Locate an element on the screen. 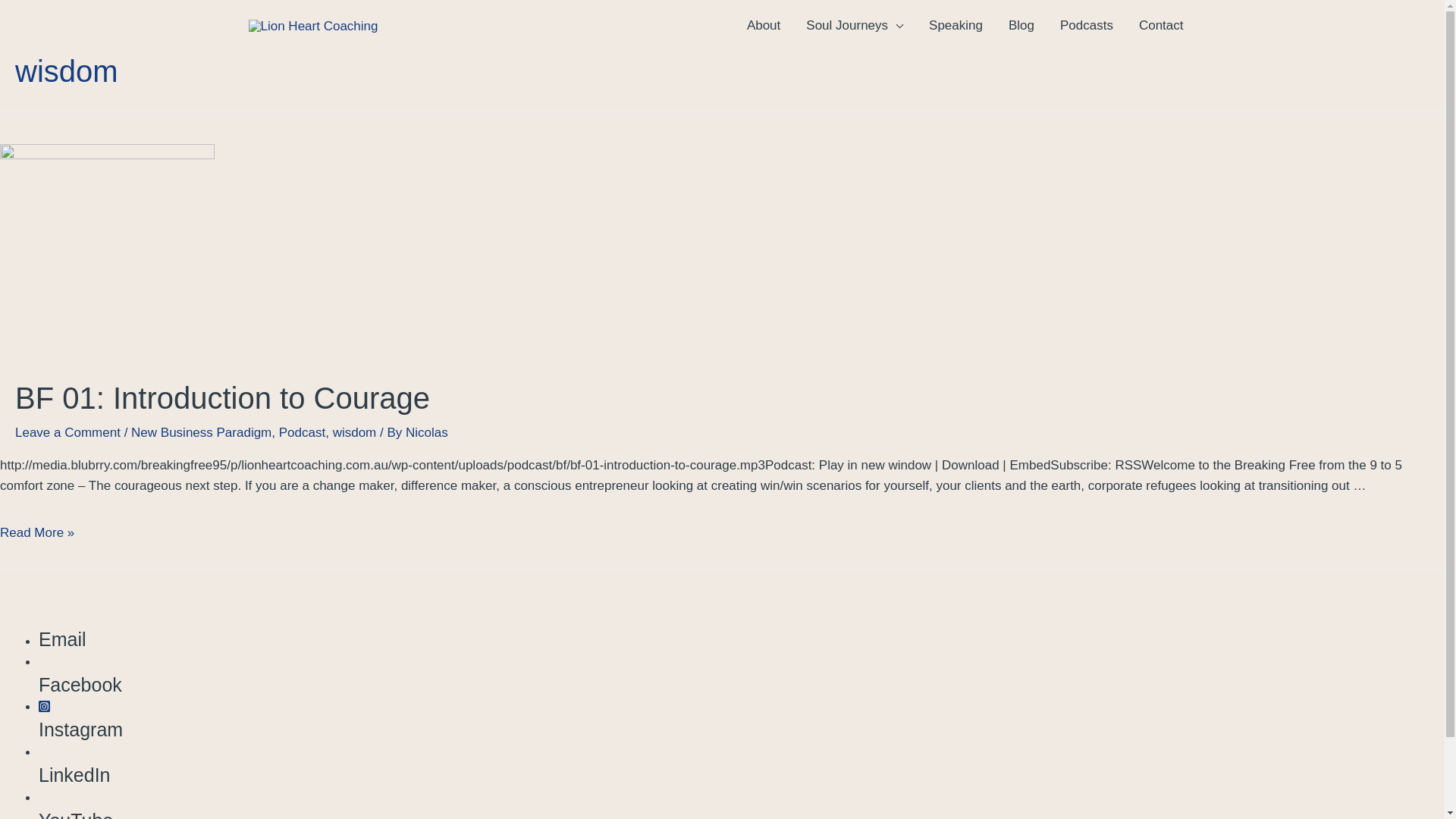 Image resolution: width=1456 pixels, height=819 pixels. 'New Business Paradigm' is located at coordinates (200, 432).